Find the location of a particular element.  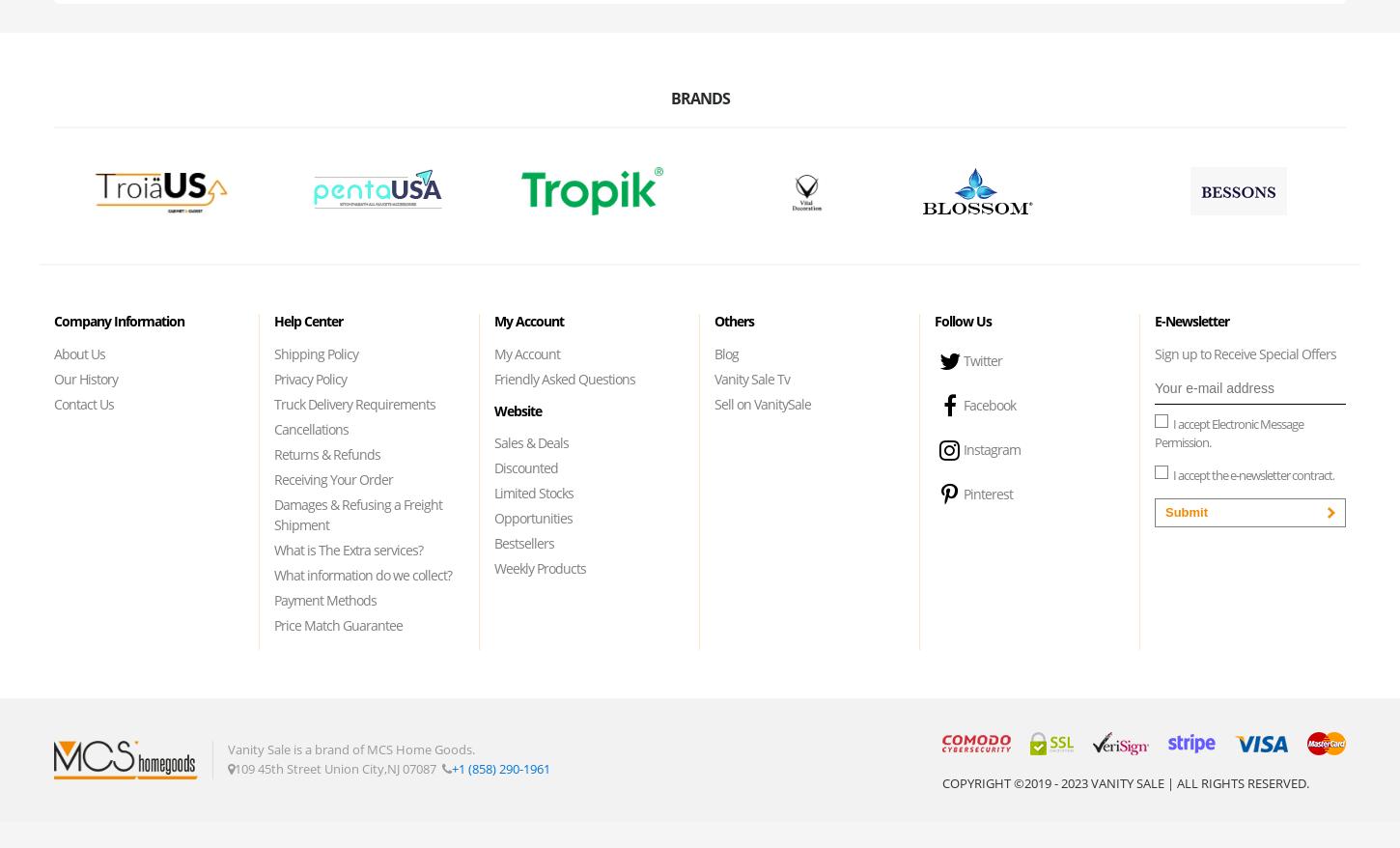

'Facebook' is located at coordinates (990, 405).